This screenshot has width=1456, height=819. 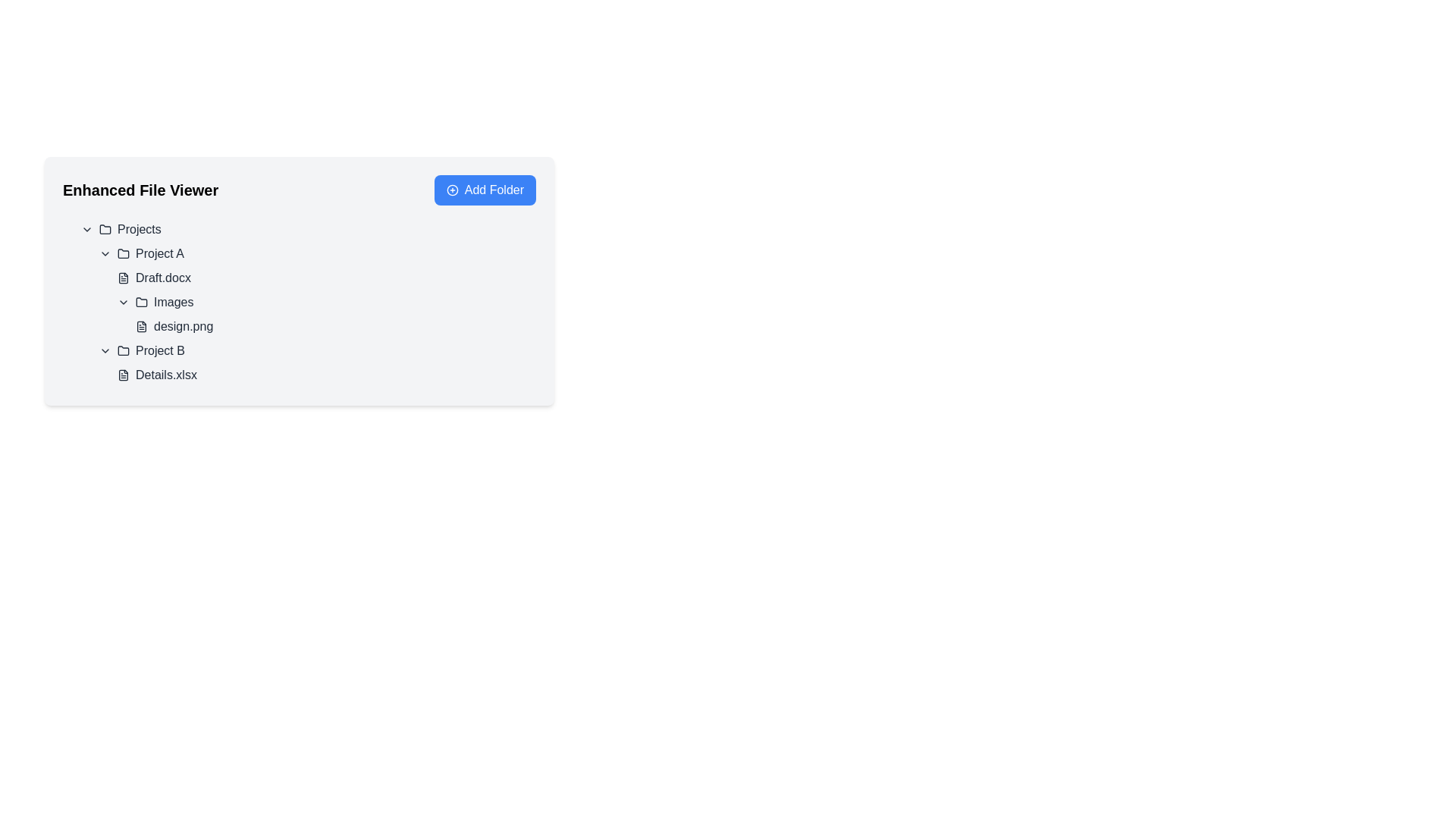 I want to click on the file icon representing 'Draft.docx' located to the left of the text, so click(x=124, y=278).